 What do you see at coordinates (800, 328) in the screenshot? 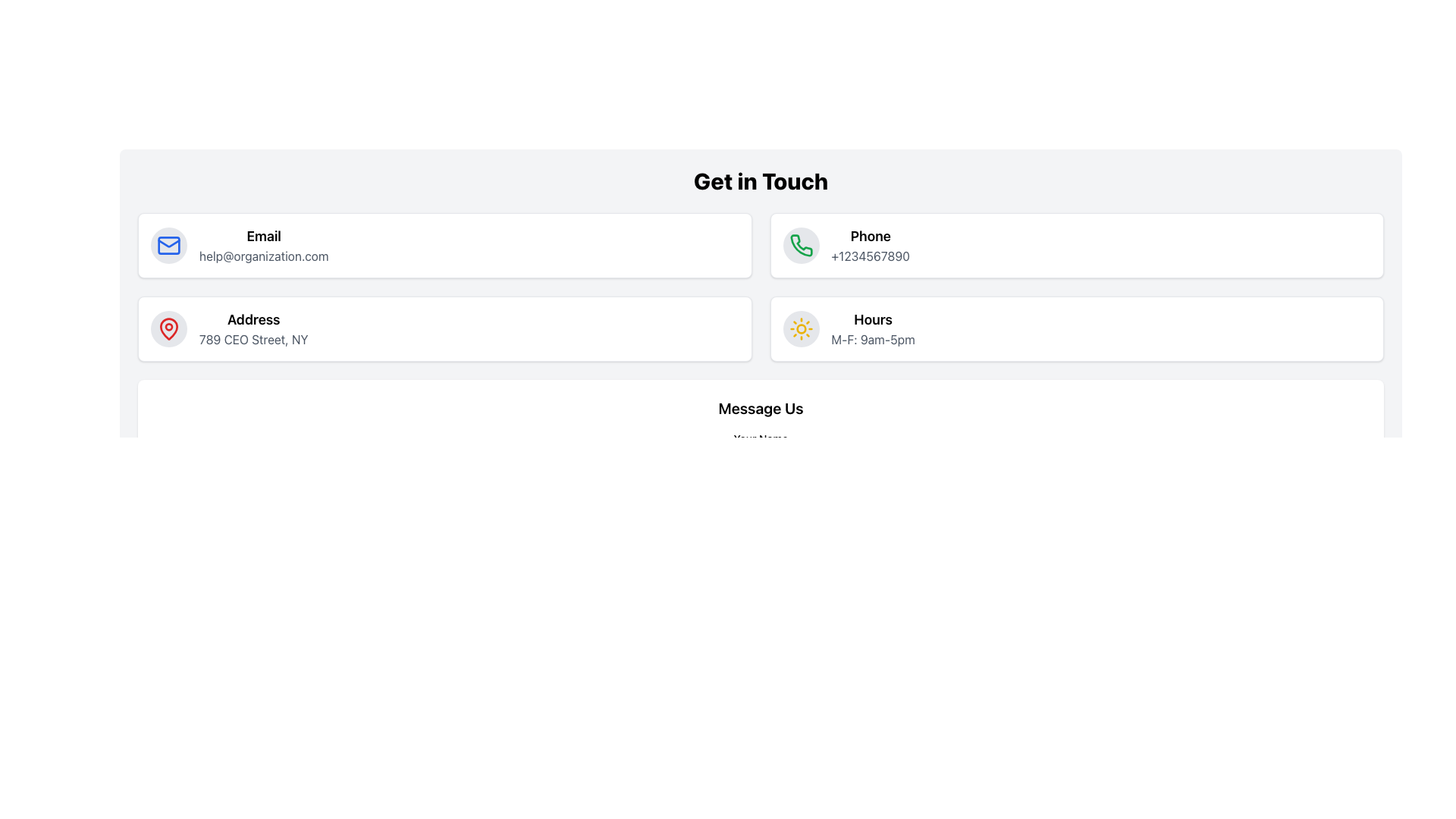
I see `the leftmost circular button in the 'Hours' box, which represents office hours, located near the text 'Hours M-F: 9am-5pm.'` at bounding box center [800, 328].